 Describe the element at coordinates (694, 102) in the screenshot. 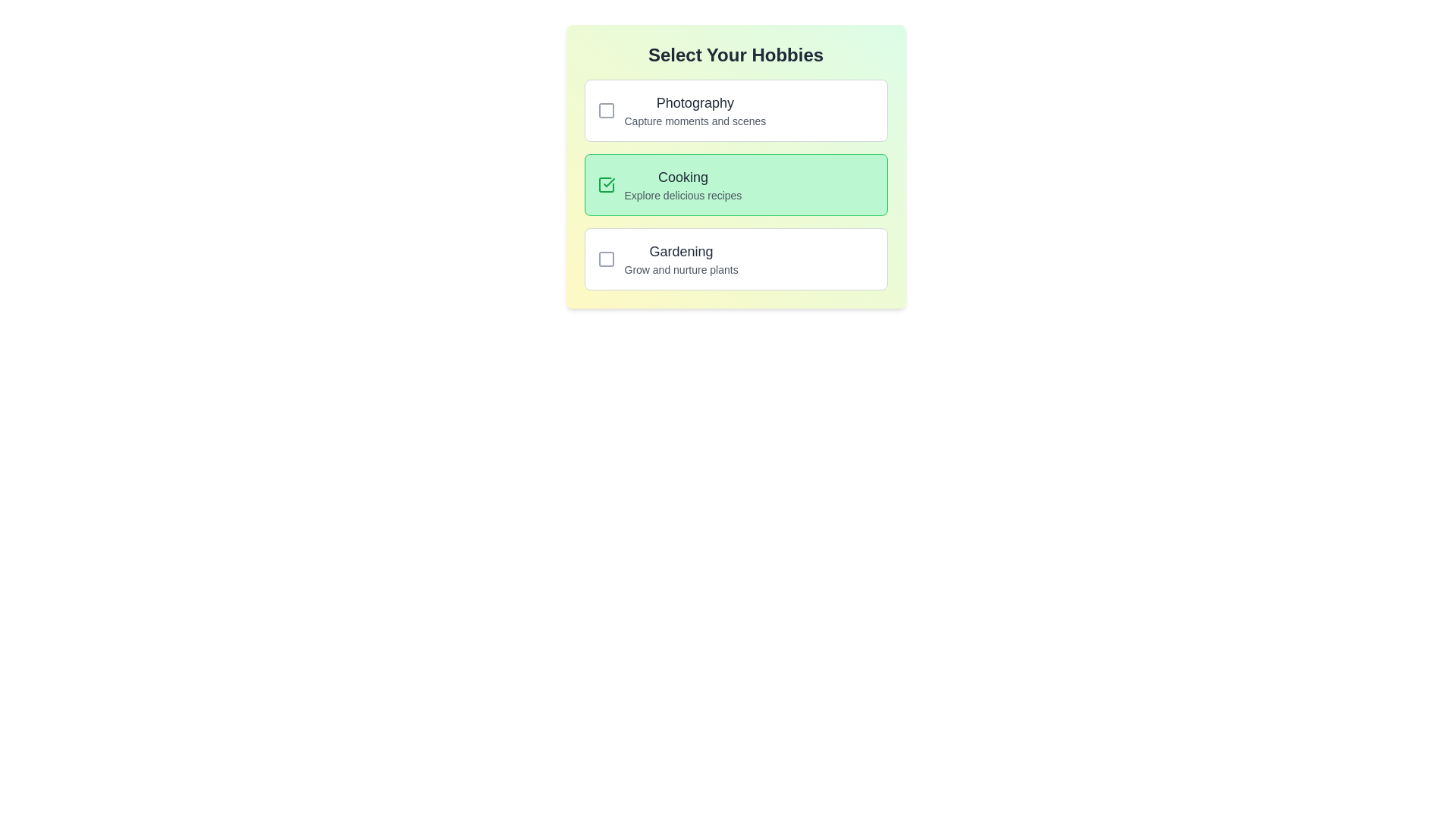

I see `the static text element that serves as the title for the option group 'Photography', which is located above the descriptive text 'Capture moments and scenes'` at that location.